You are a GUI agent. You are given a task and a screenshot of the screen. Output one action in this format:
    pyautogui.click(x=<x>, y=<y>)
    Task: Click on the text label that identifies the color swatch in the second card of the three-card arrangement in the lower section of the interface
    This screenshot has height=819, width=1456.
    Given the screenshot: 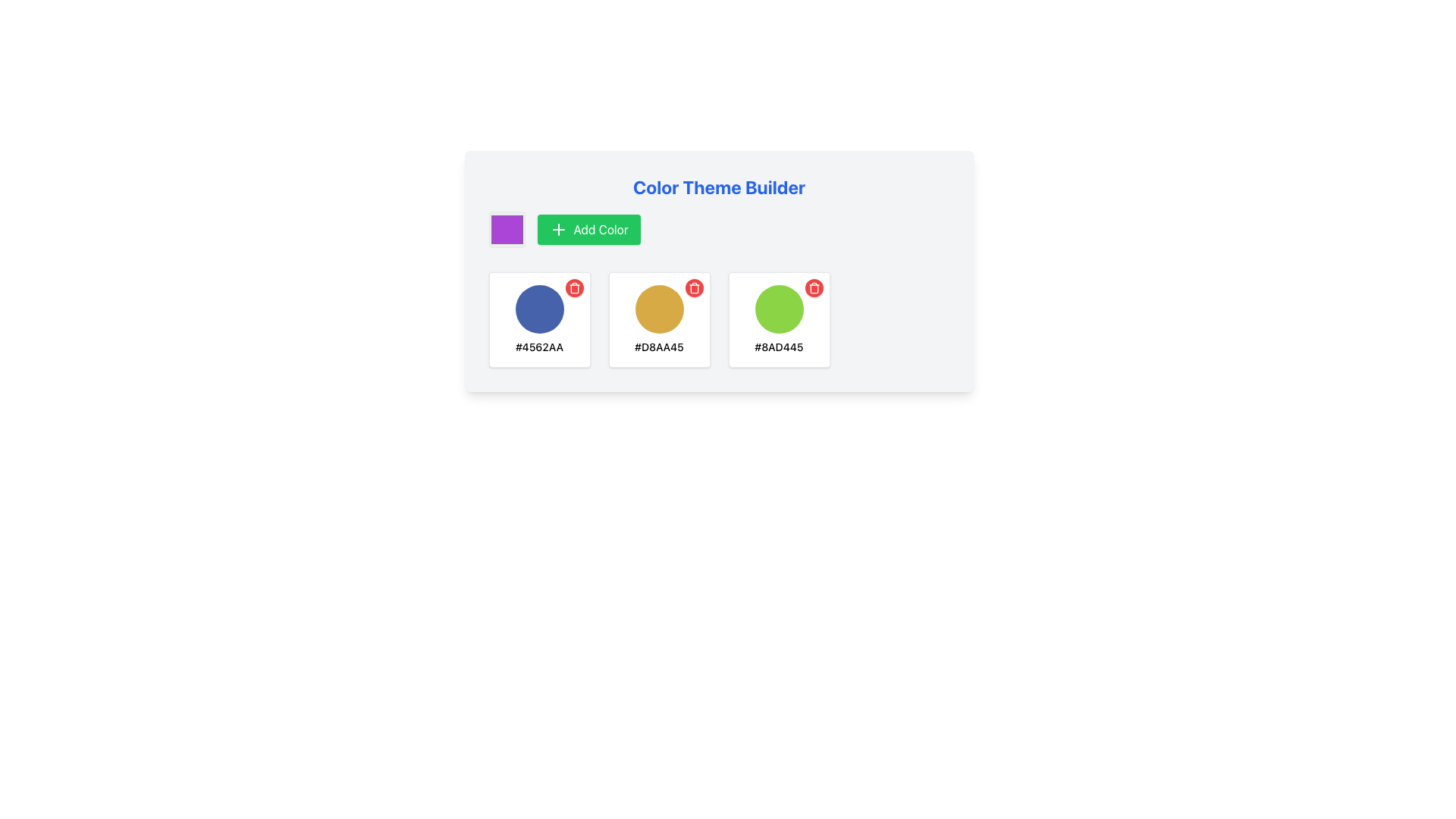 What is the action you would take?
    pyautogui.click(x=659, y=347)
    